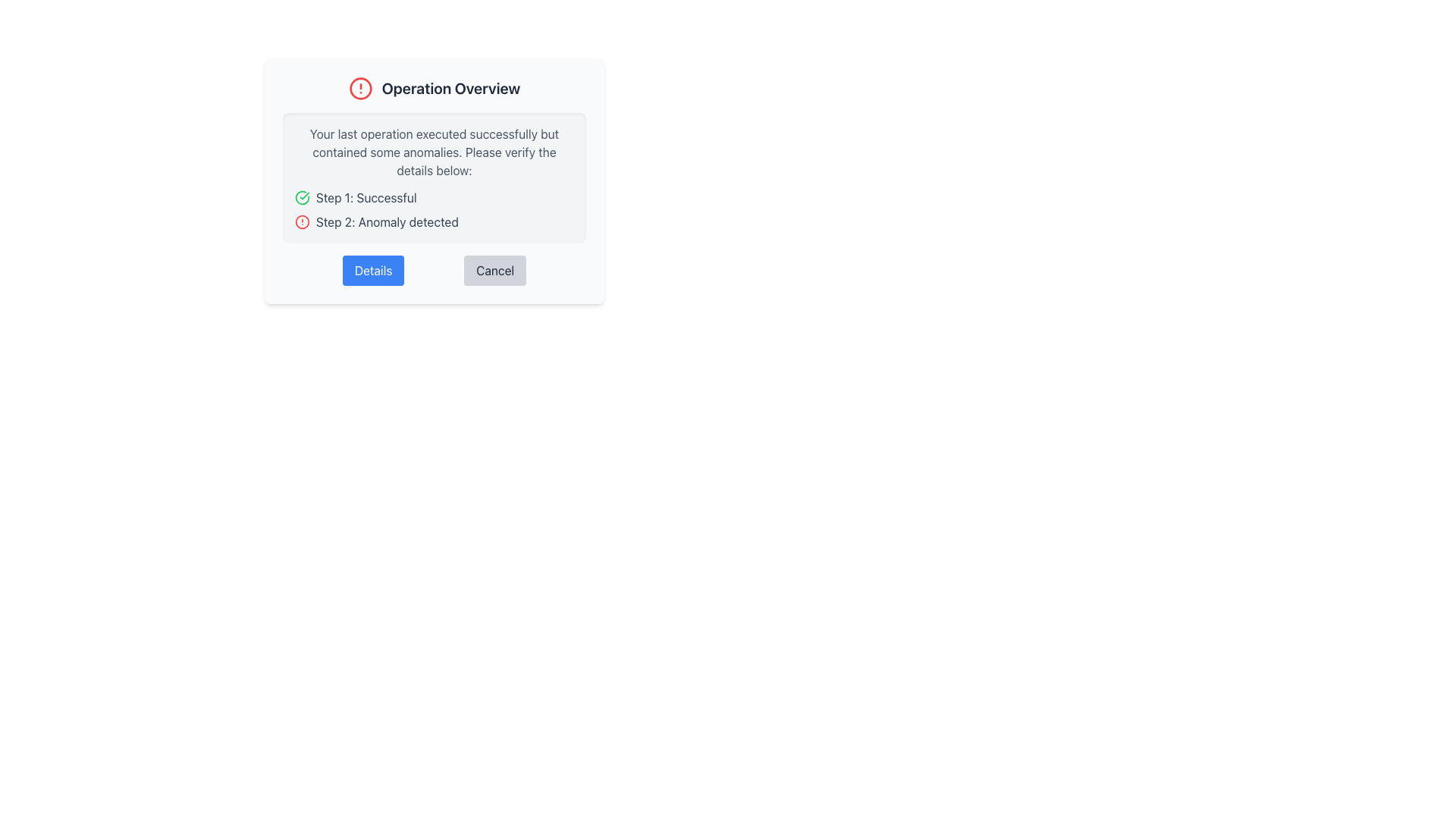  Describe the element at coordinates (302, 197) in the screenshot. I see `the circular green icon with a checkmark symbol indicating success, located to the left of the text 'Step 1: Successful' within the modal dialog` at that location.